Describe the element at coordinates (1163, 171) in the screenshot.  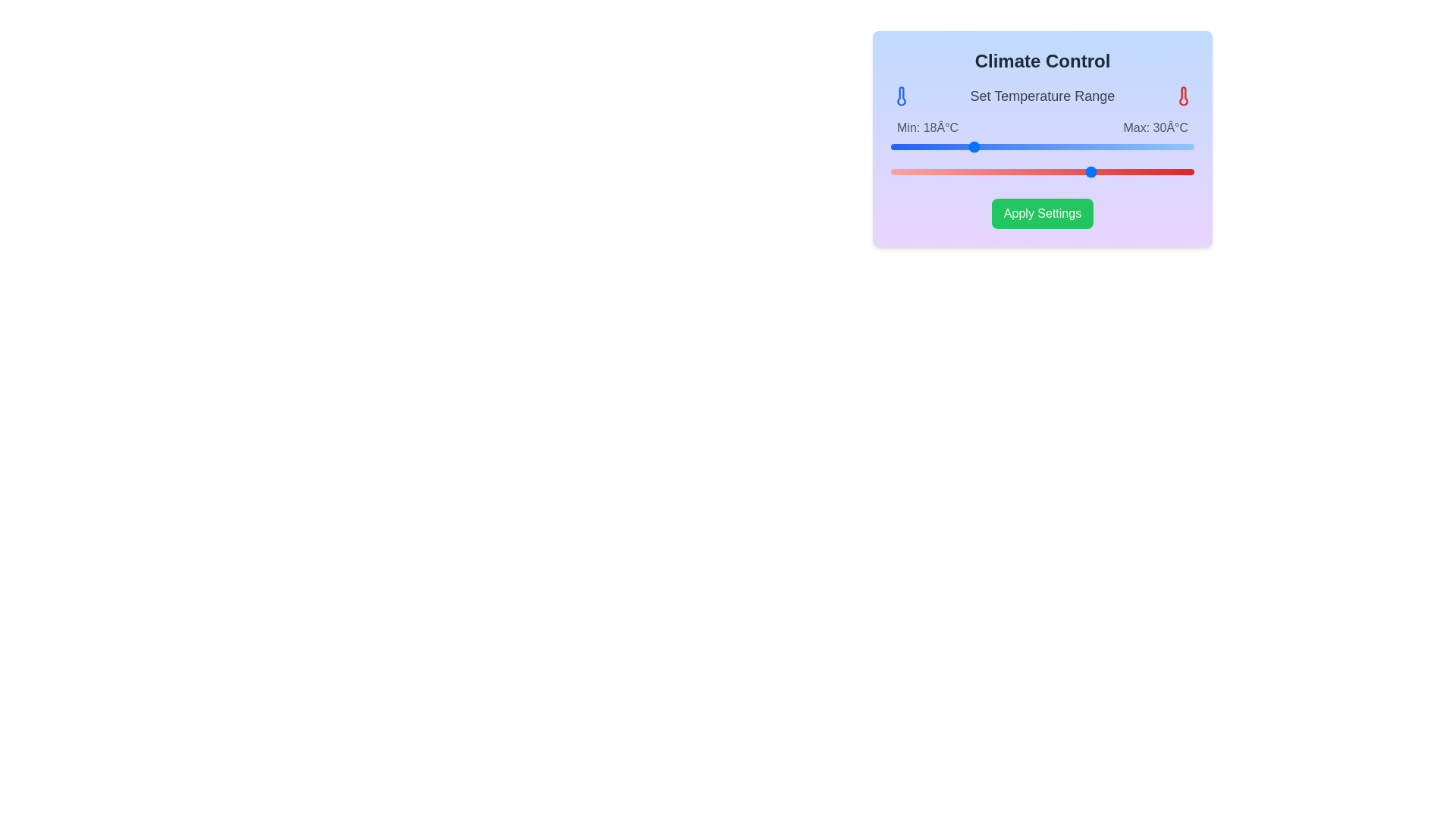
I see `the maximum temperature range to 37°C using the right slider` at that location.